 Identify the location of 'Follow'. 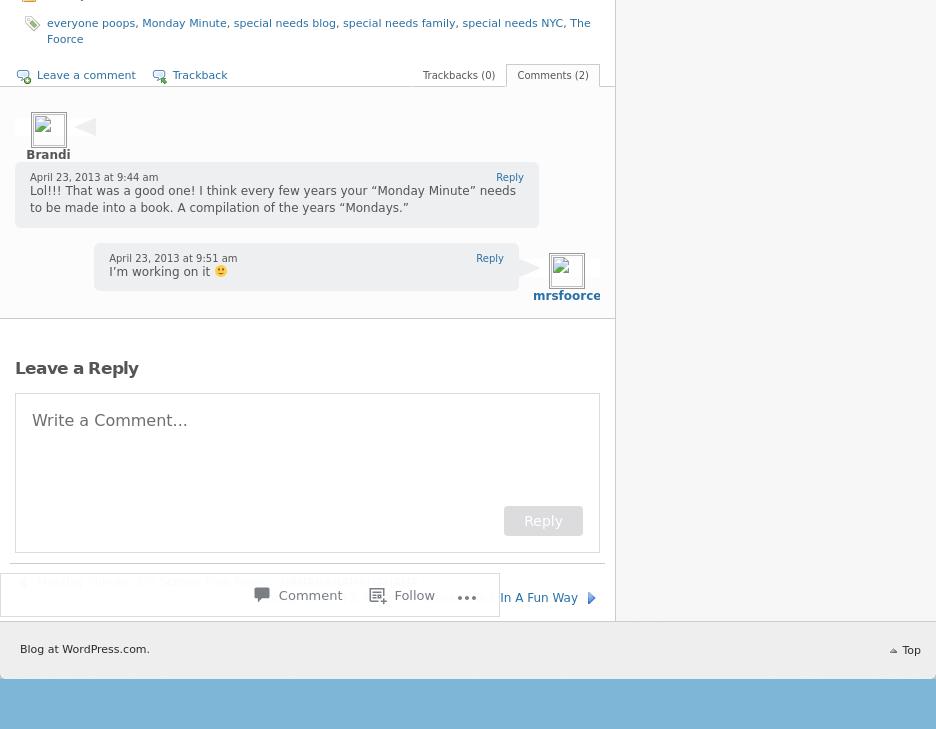
(413, 520).